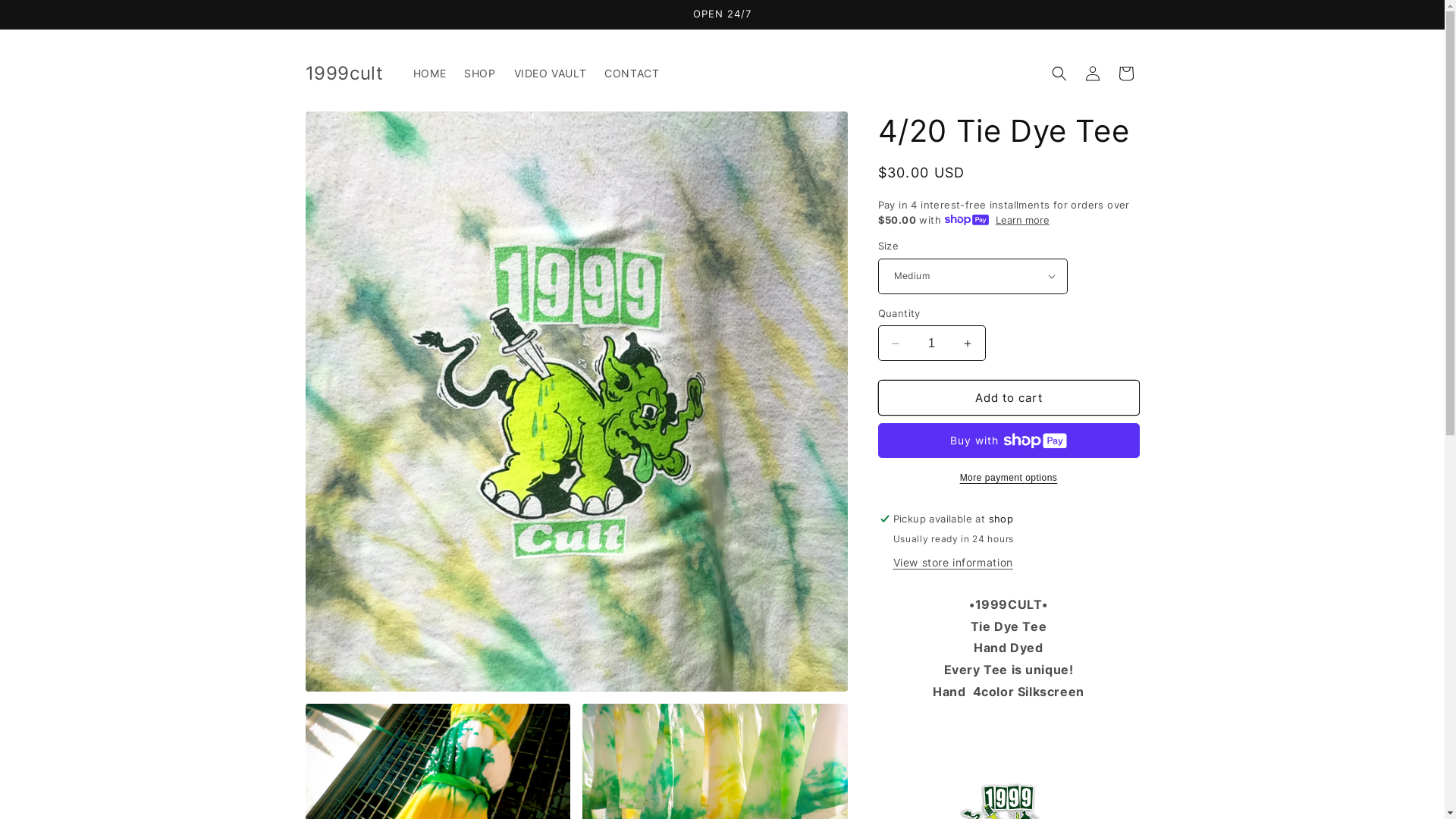  I want to click on '1999cult', so click(299, 74).